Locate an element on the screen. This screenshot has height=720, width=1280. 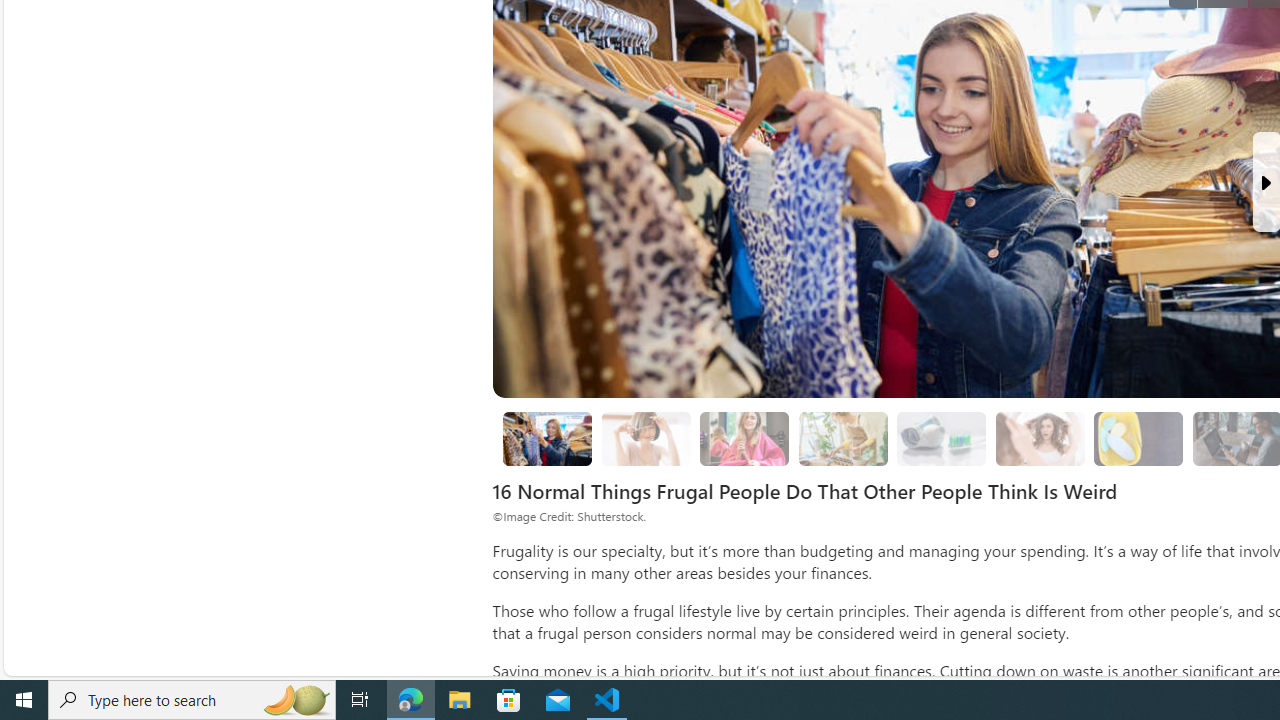
'4. Cutting the Bottom off the Toothpaste Tube' is located at coordinates (941, 437).